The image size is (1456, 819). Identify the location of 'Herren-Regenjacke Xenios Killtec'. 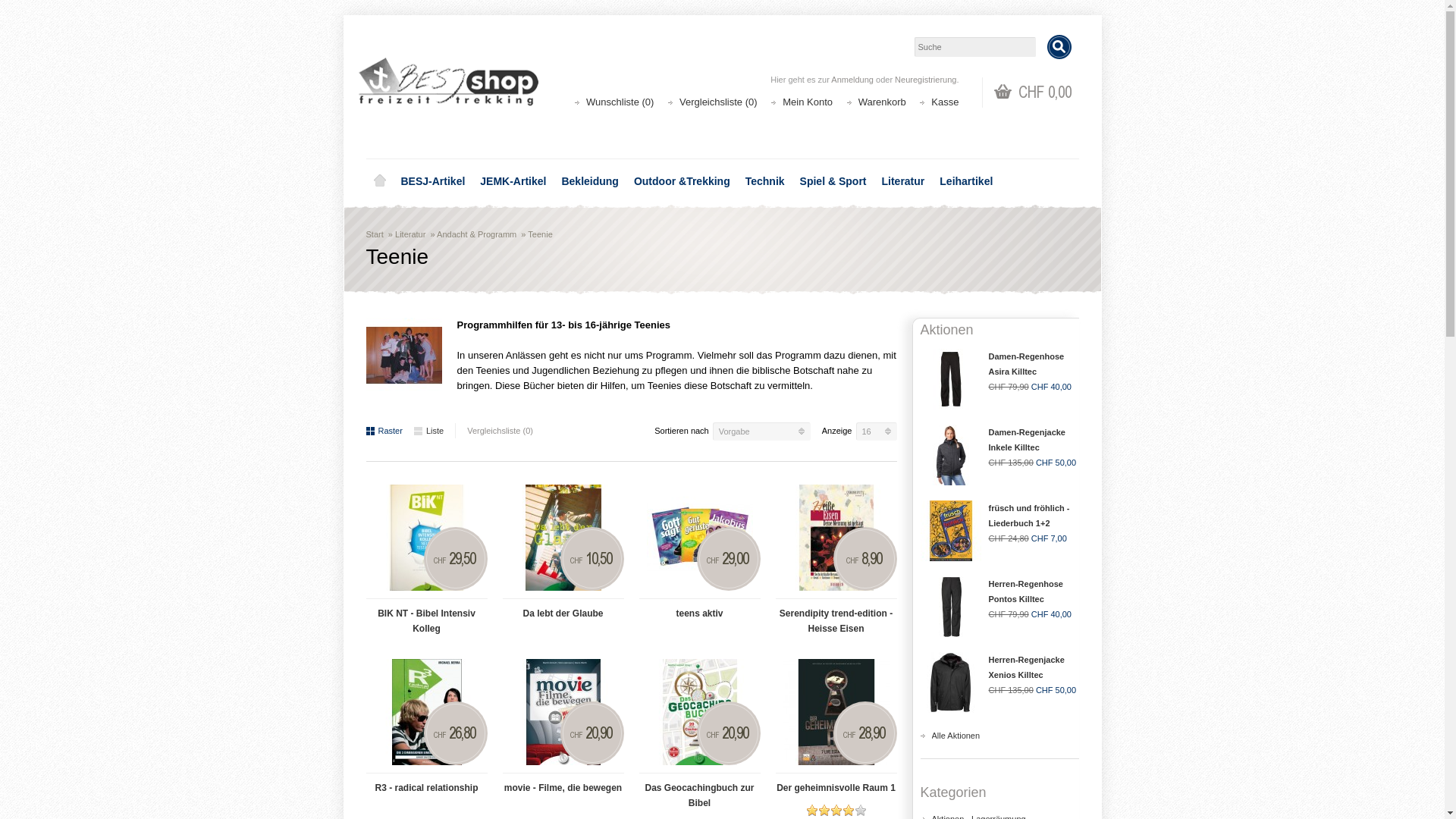
(1026, 666).